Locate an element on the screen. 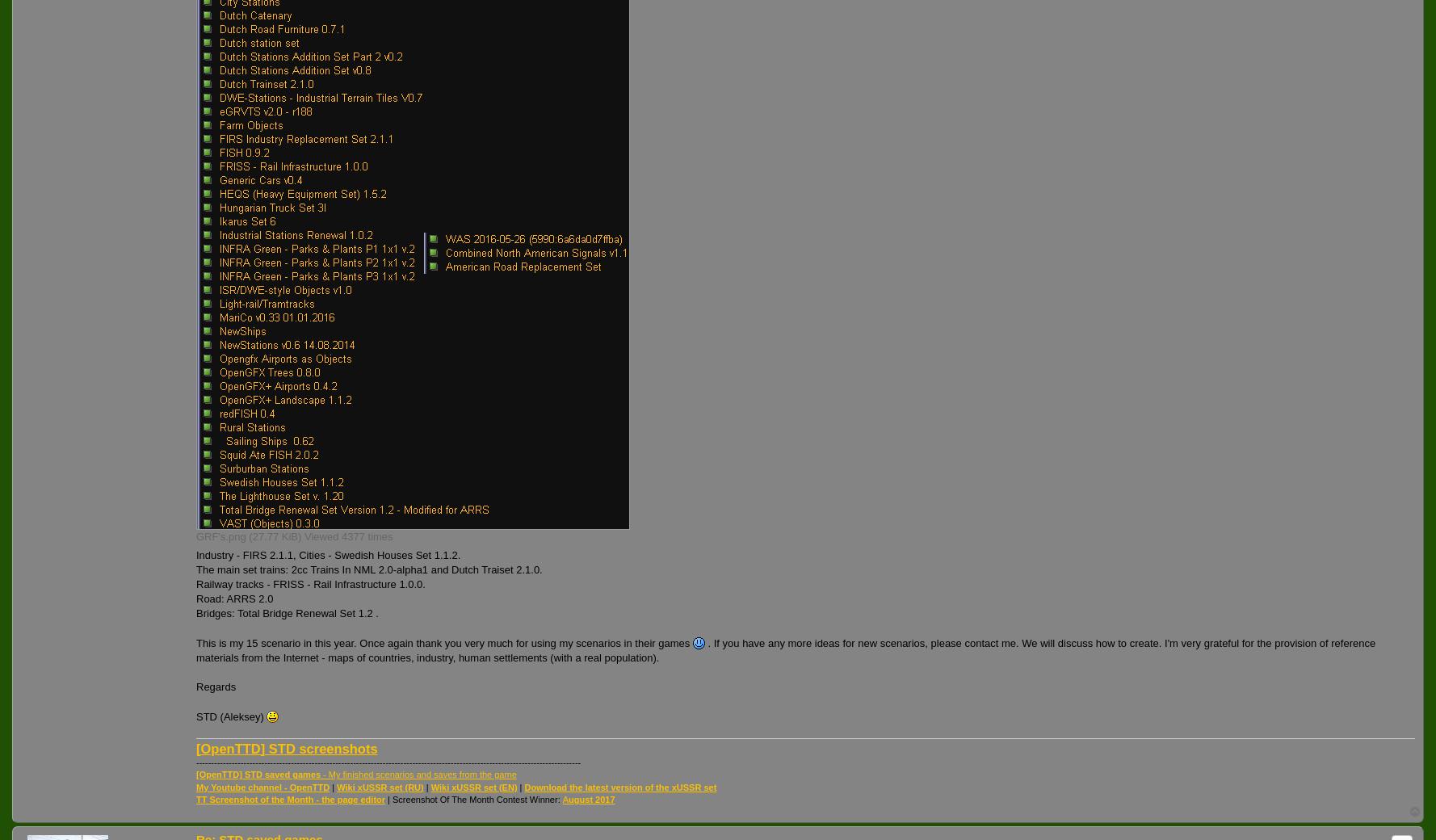 The width and height of the screenshot is (1436, 840). 'Bridges: Total Bridge Renewal Set 1.2 .' is located at coordinates (286, 613).